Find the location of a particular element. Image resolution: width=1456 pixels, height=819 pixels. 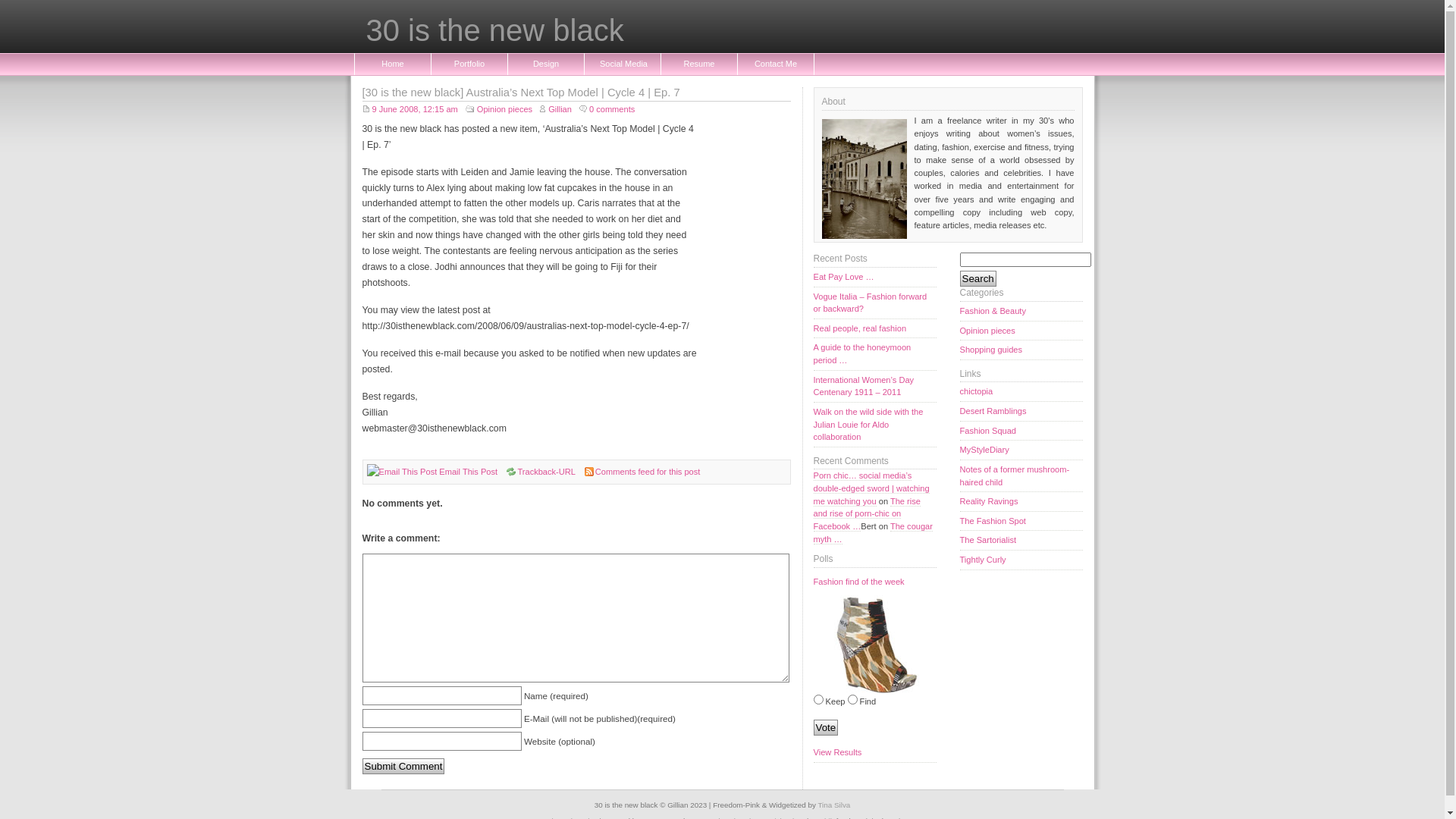

'Fashion & Beauty' is located at coordinates (1021, 311).